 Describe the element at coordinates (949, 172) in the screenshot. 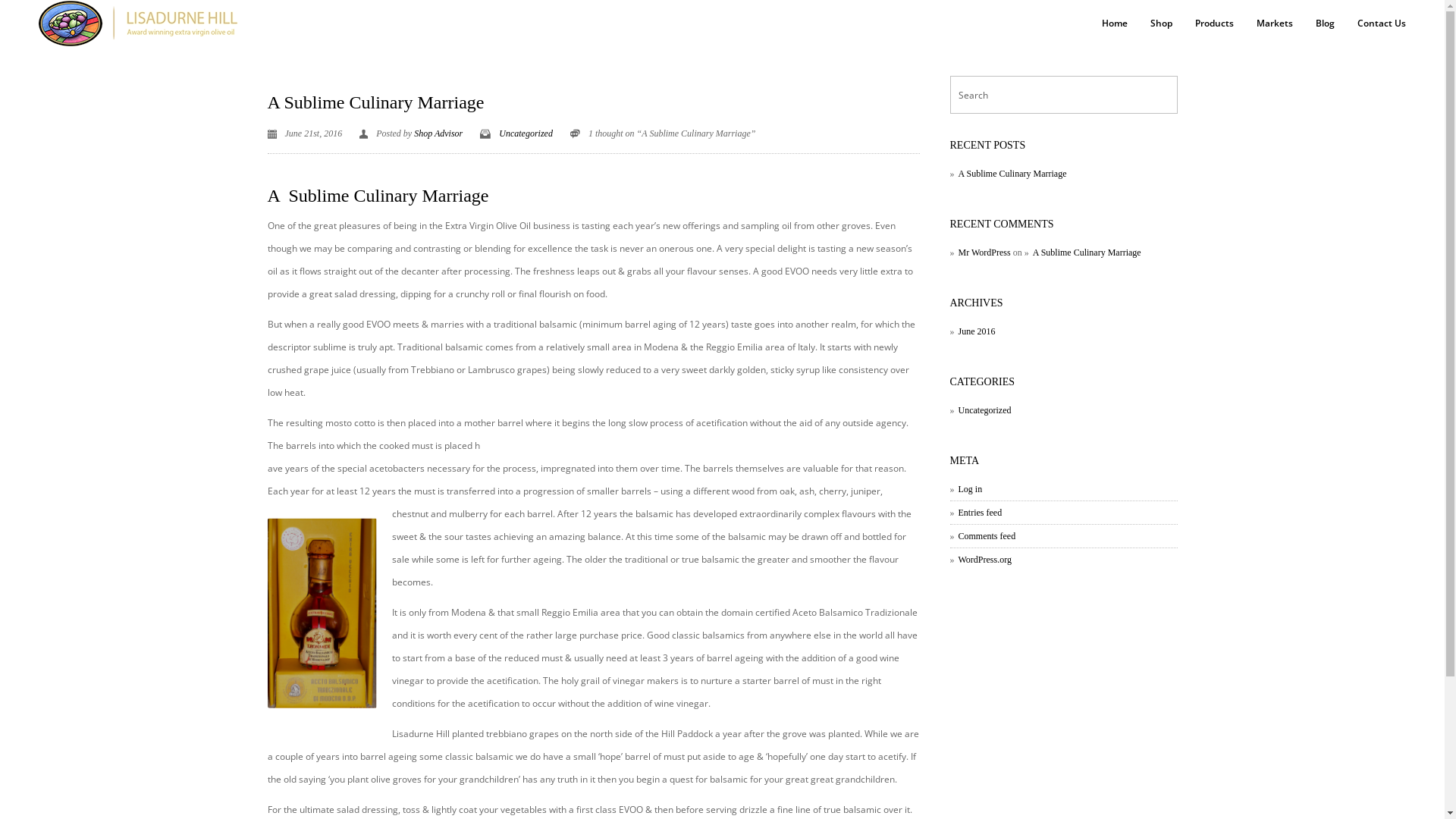

I see `'A Sublime Culinary Marriage'` at that location.